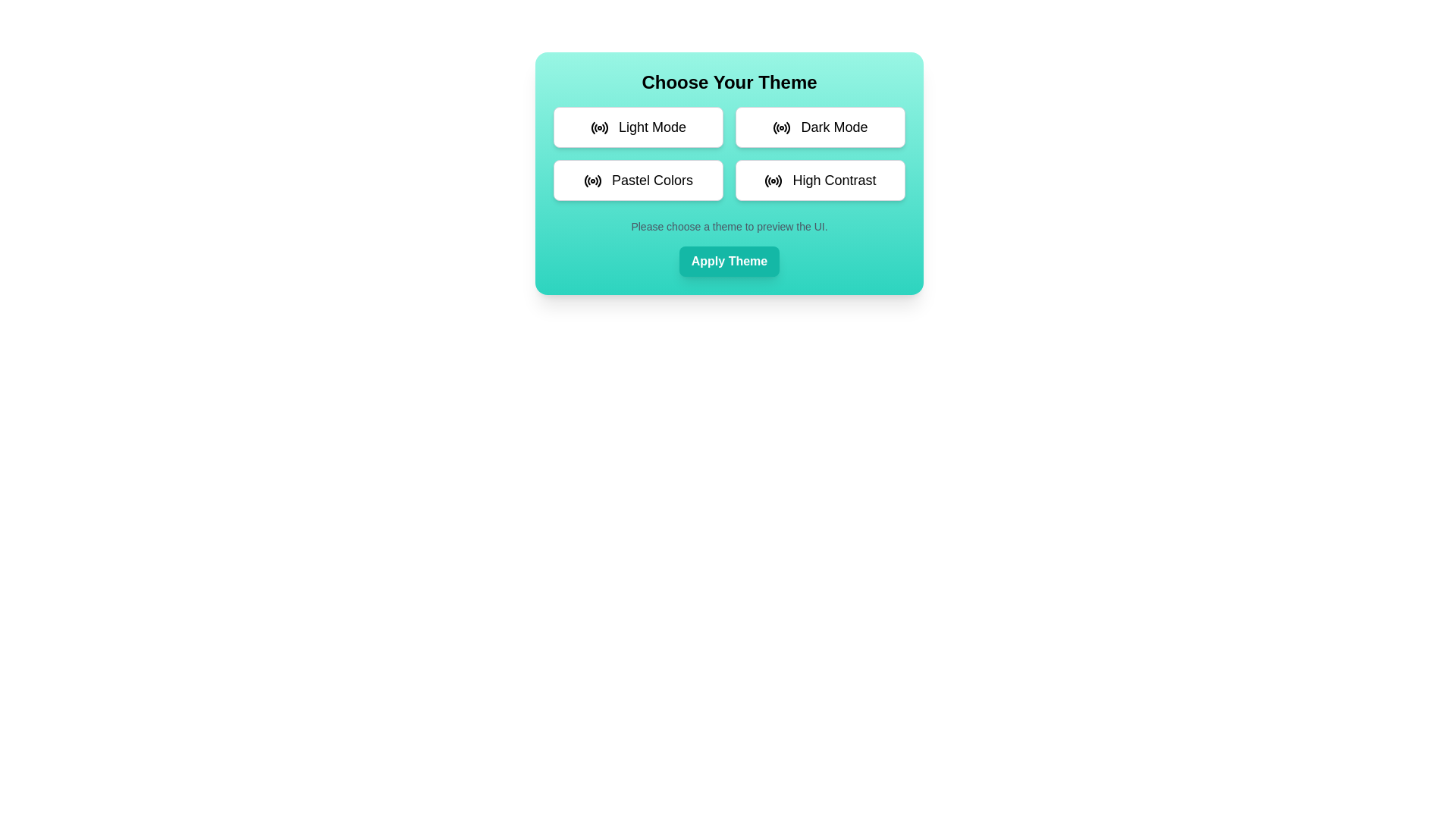 The image size is (1456, 819). What do you see at coordinates (729, 227) in the screenshot?
I see `the instructional text element that provides guidance on theme selection options, which is centrally aligned below the theme selection options grid and above the 'Apply Theme' button` at bounding box center [729, 227].